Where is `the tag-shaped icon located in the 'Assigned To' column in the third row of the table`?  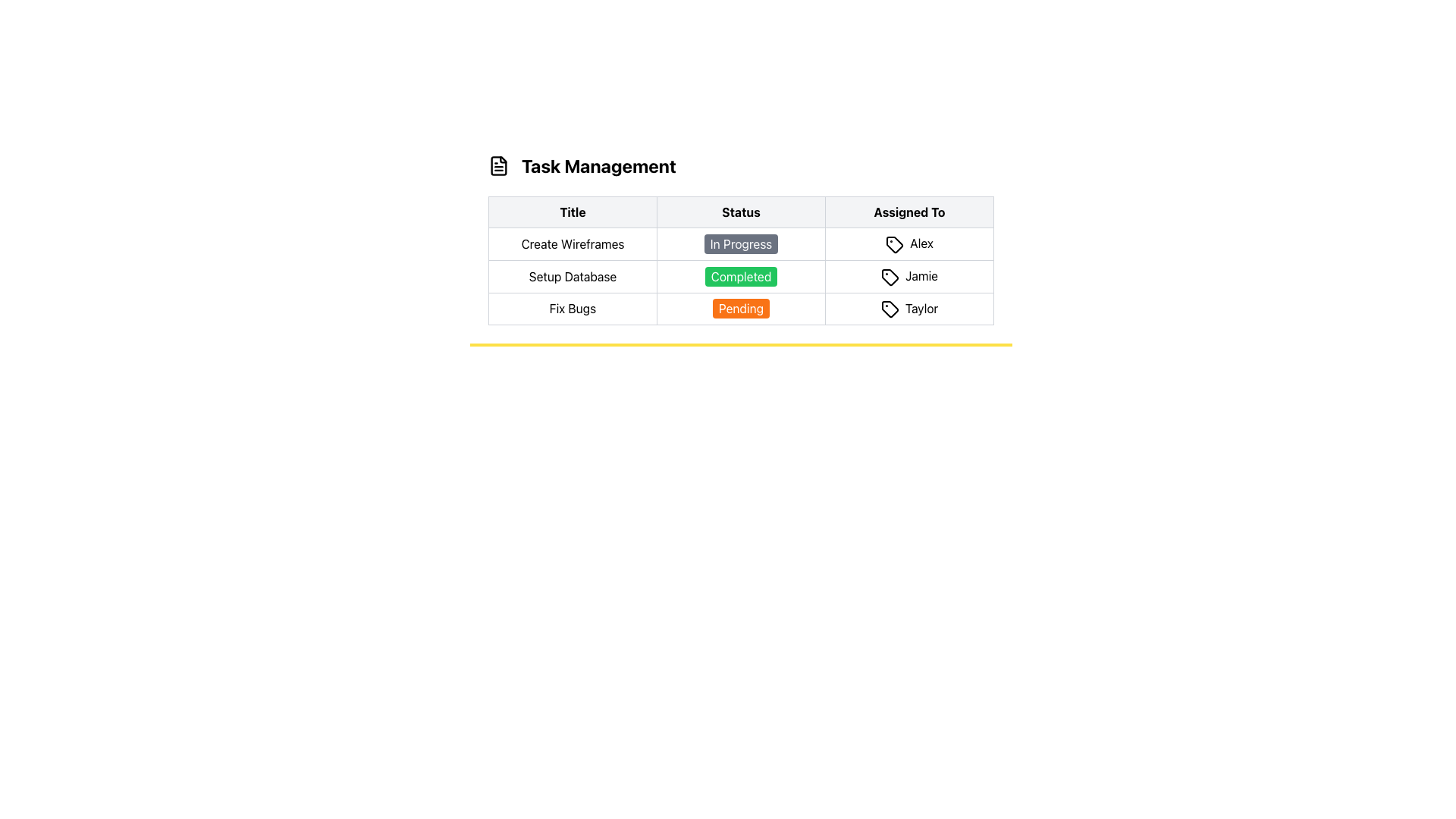
the tag-shaped icon located in the 'Assigned To' column in the third row of the table is located at coordinates (890, 277).